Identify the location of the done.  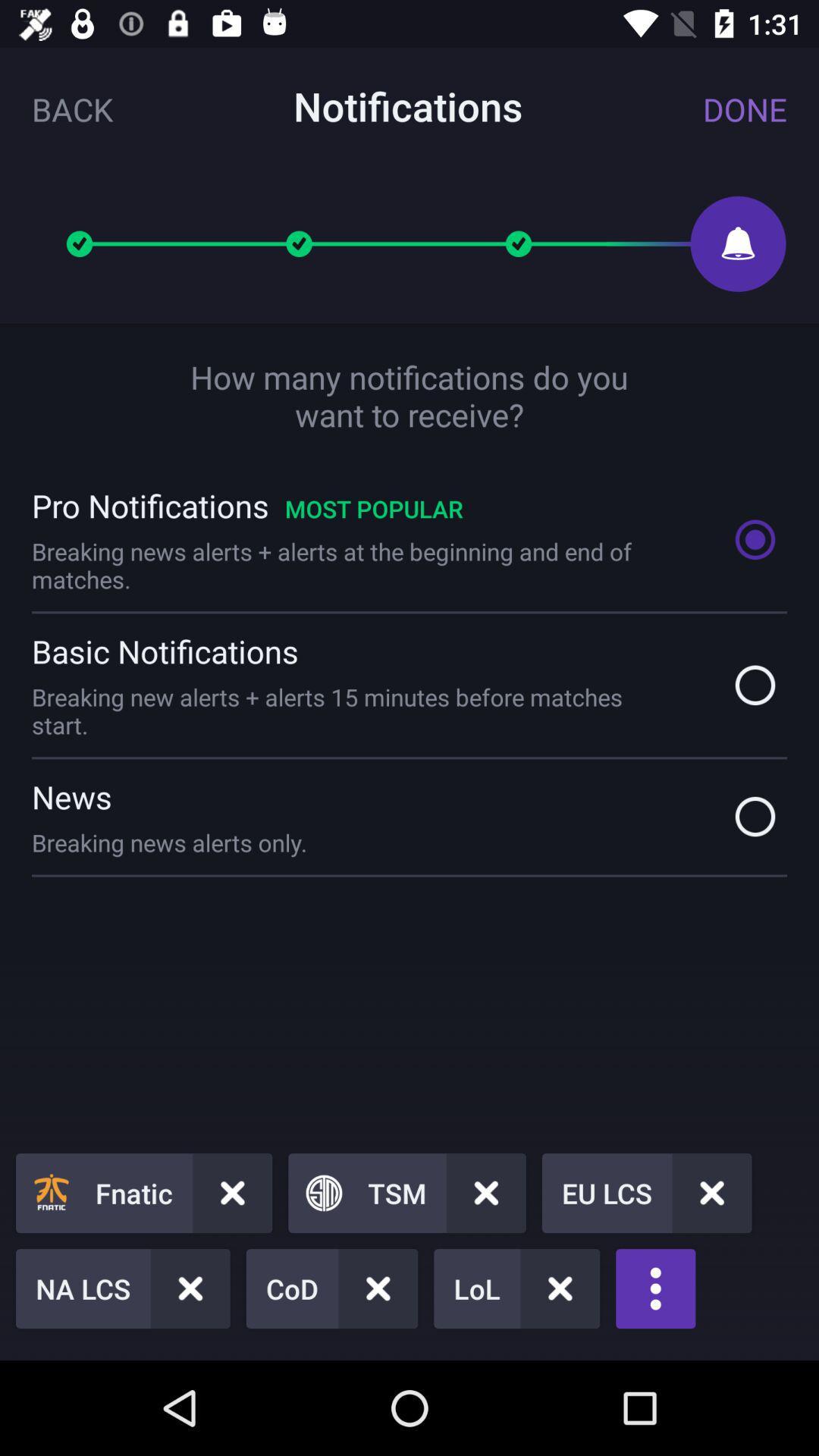
(744, 108).